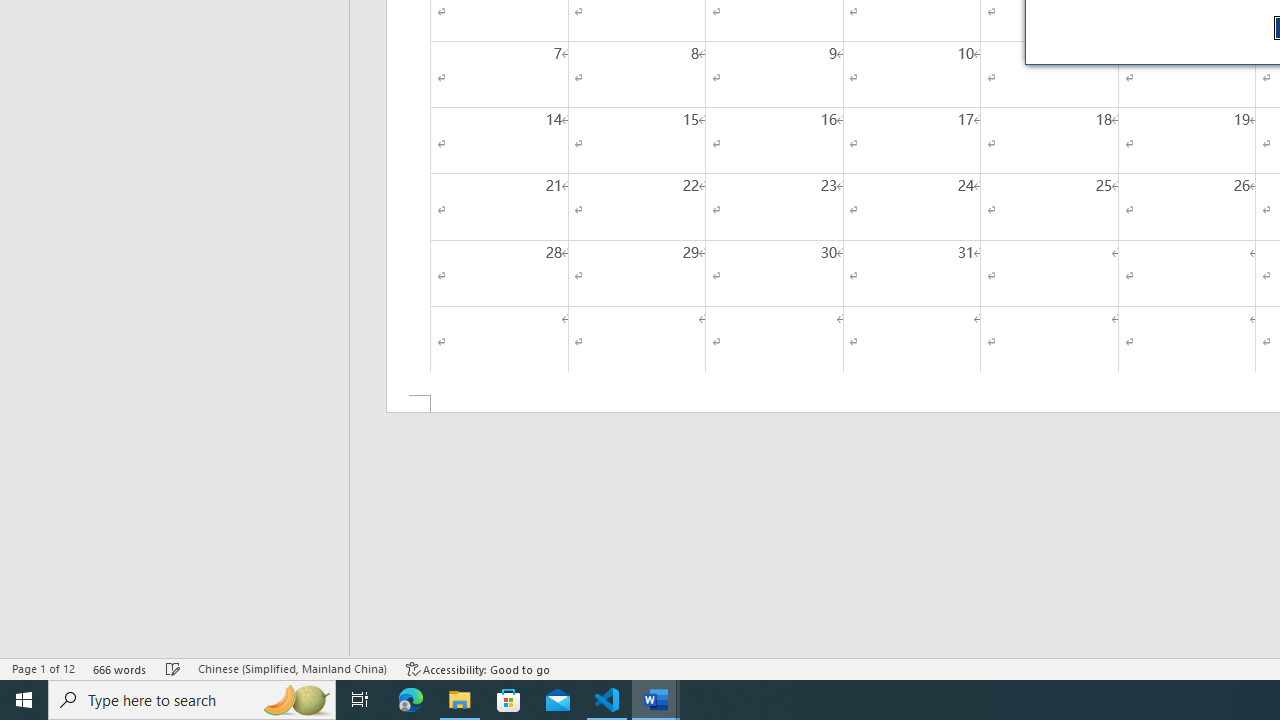  I want to click on 'Language Chinese (Simplified, Mainland China)', so click(291, 669).